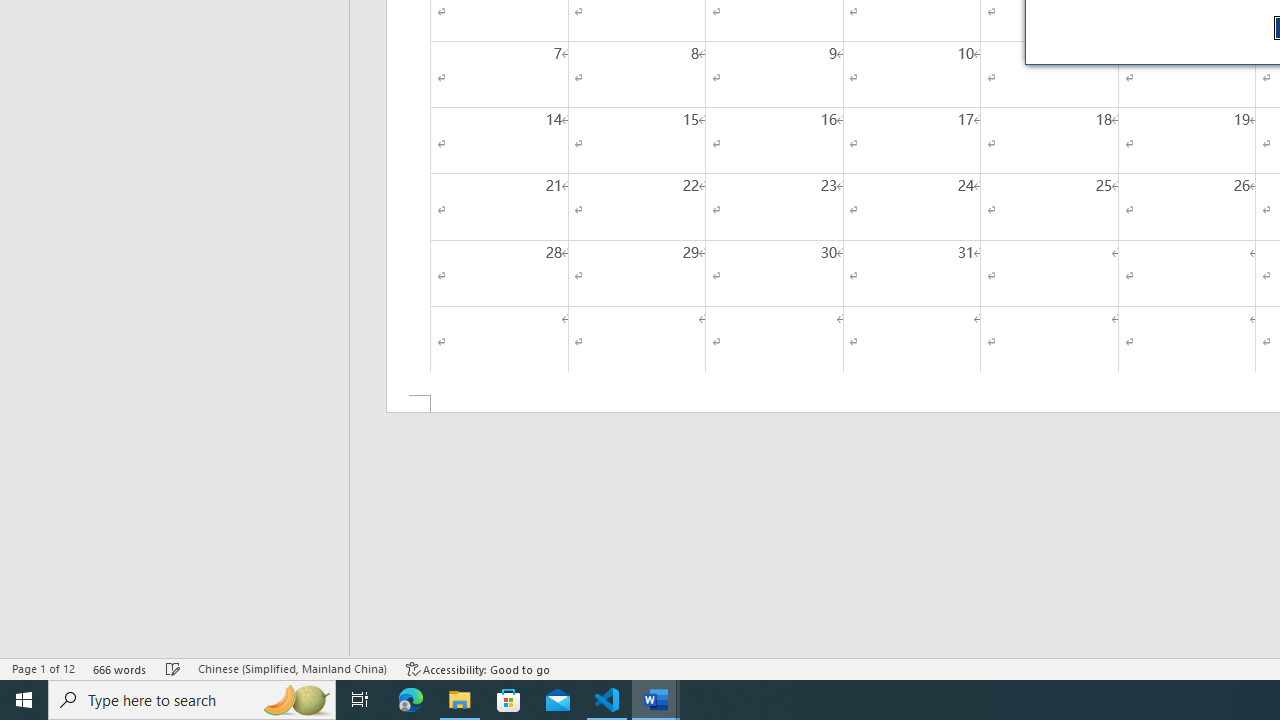  I want to click on 'Language Chinese (Simplified, Mainland China)', so click(291, 669).